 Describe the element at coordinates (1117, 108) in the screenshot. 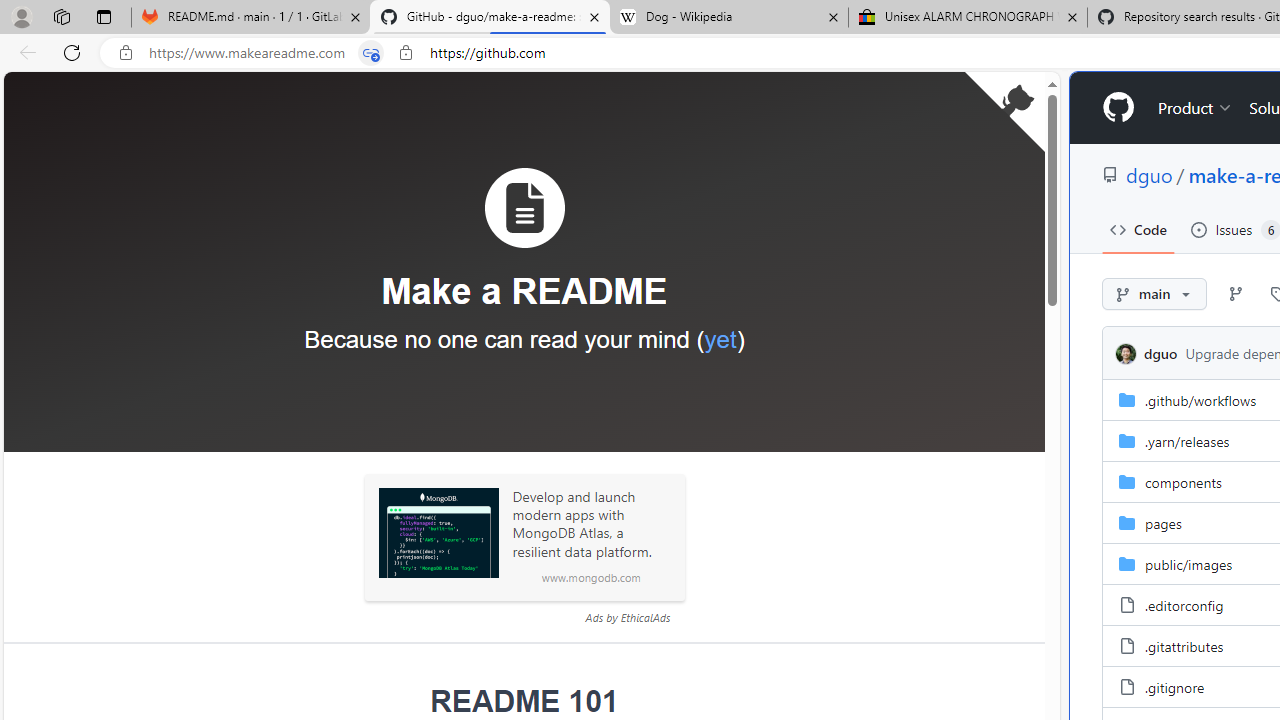

I see `'Homepage'` at that location.